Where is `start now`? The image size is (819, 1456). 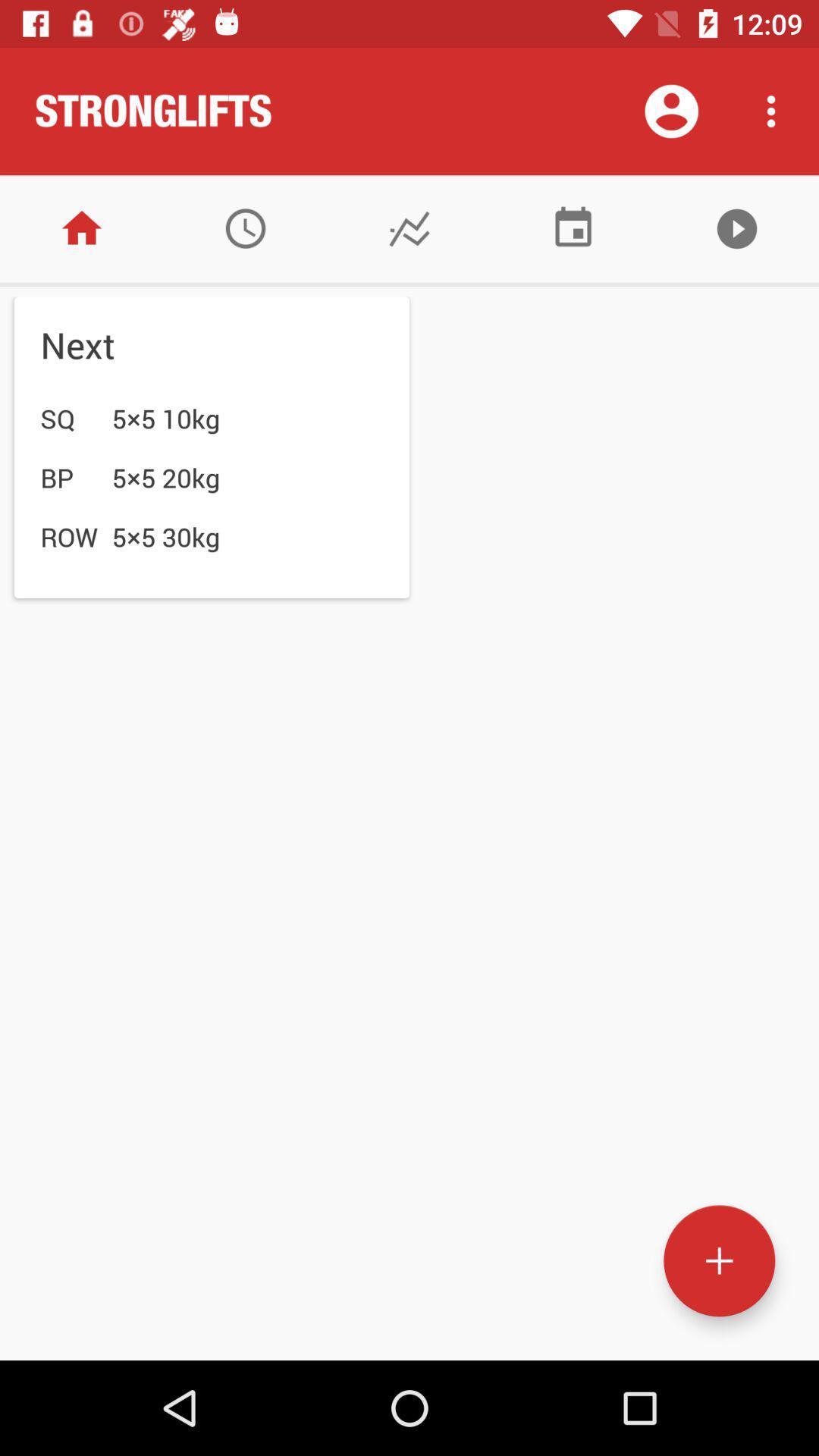
start now is located at coordinates (736, 227).